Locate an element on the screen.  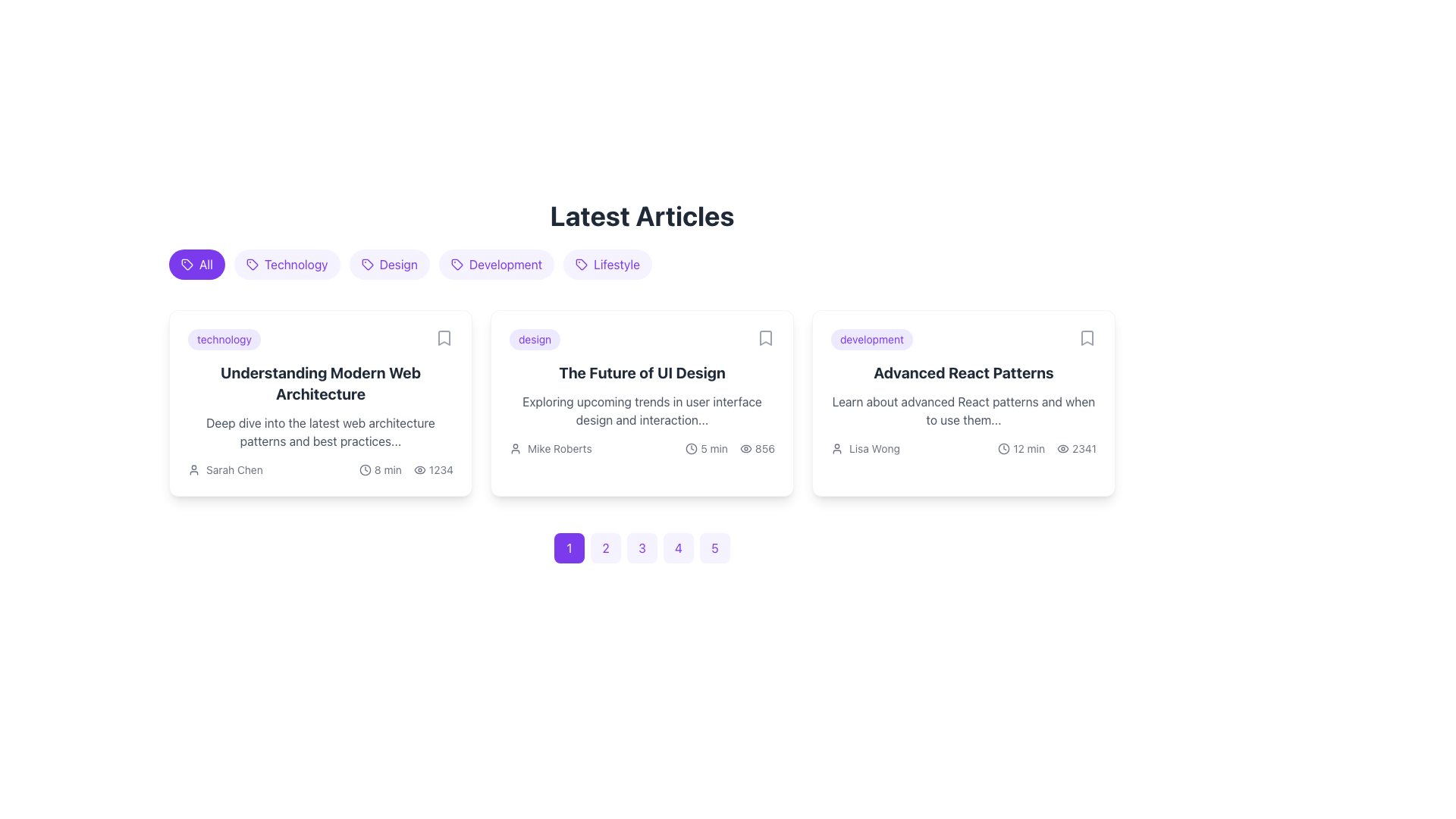
the eye-shaped icon with a circular pupil, which is located in the meta-information row of the second article card, to the left of the view count '856' is located at coordinates (745, 447).